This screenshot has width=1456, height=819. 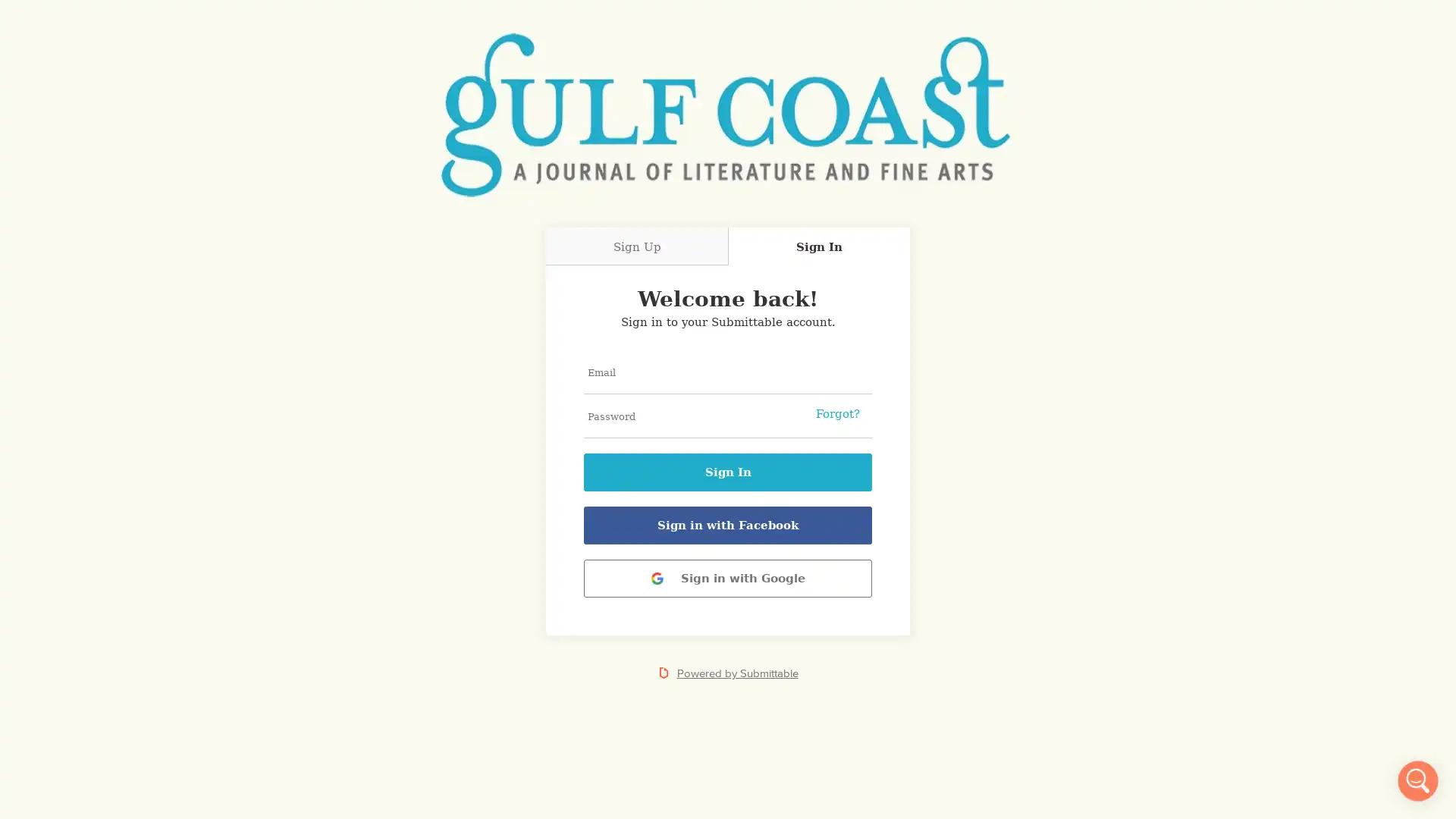 What do you see at coordinates (1417, 780) in the screenshot?
I see `Open Intercom Messenger` at bounding box center [1417, 780].